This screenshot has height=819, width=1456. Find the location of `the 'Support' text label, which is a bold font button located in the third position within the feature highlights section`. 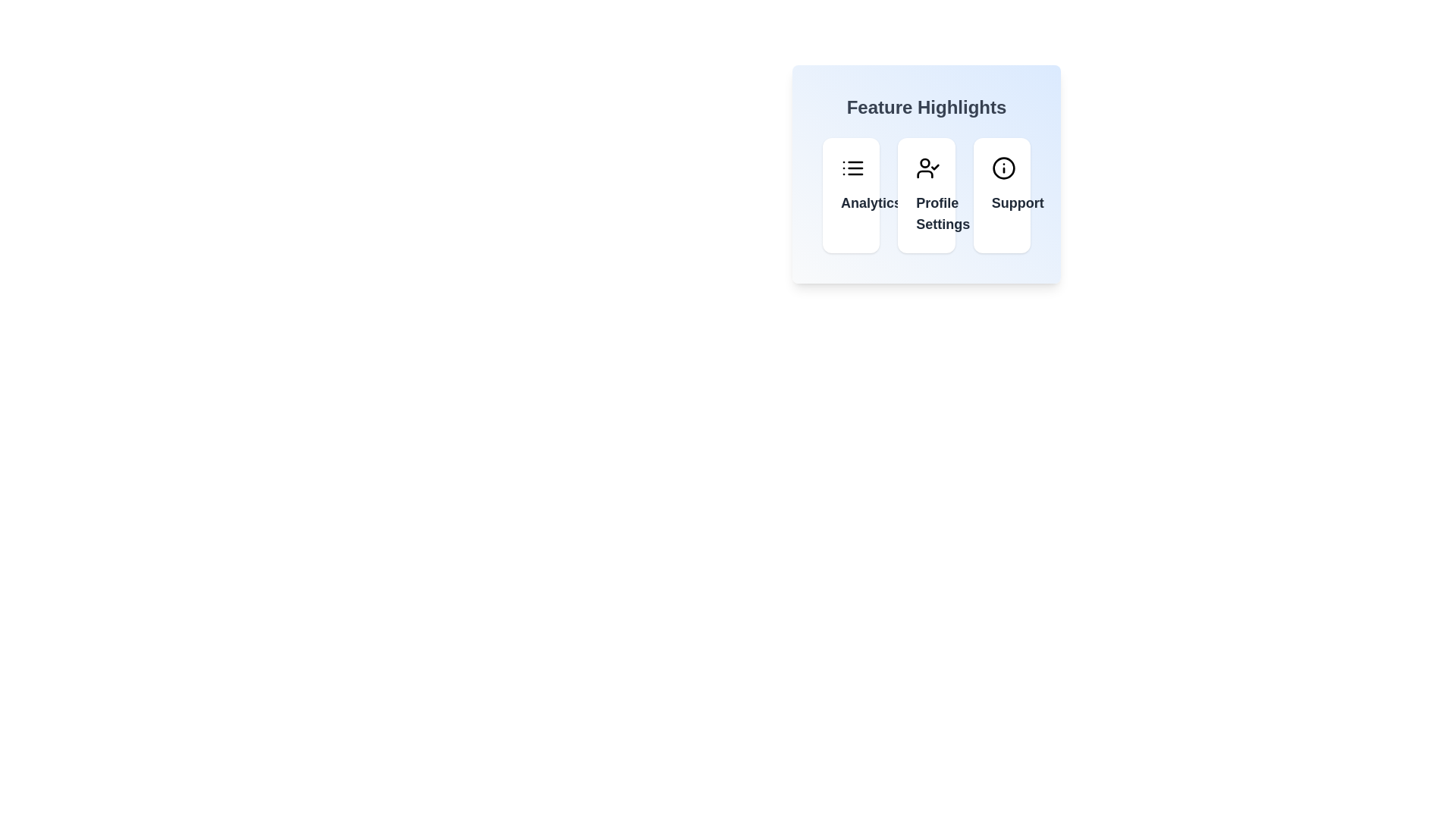

the 'Support' text label, which is a bold font button located in the third position within the feature highlights section is located at coordinates (1001, 202).